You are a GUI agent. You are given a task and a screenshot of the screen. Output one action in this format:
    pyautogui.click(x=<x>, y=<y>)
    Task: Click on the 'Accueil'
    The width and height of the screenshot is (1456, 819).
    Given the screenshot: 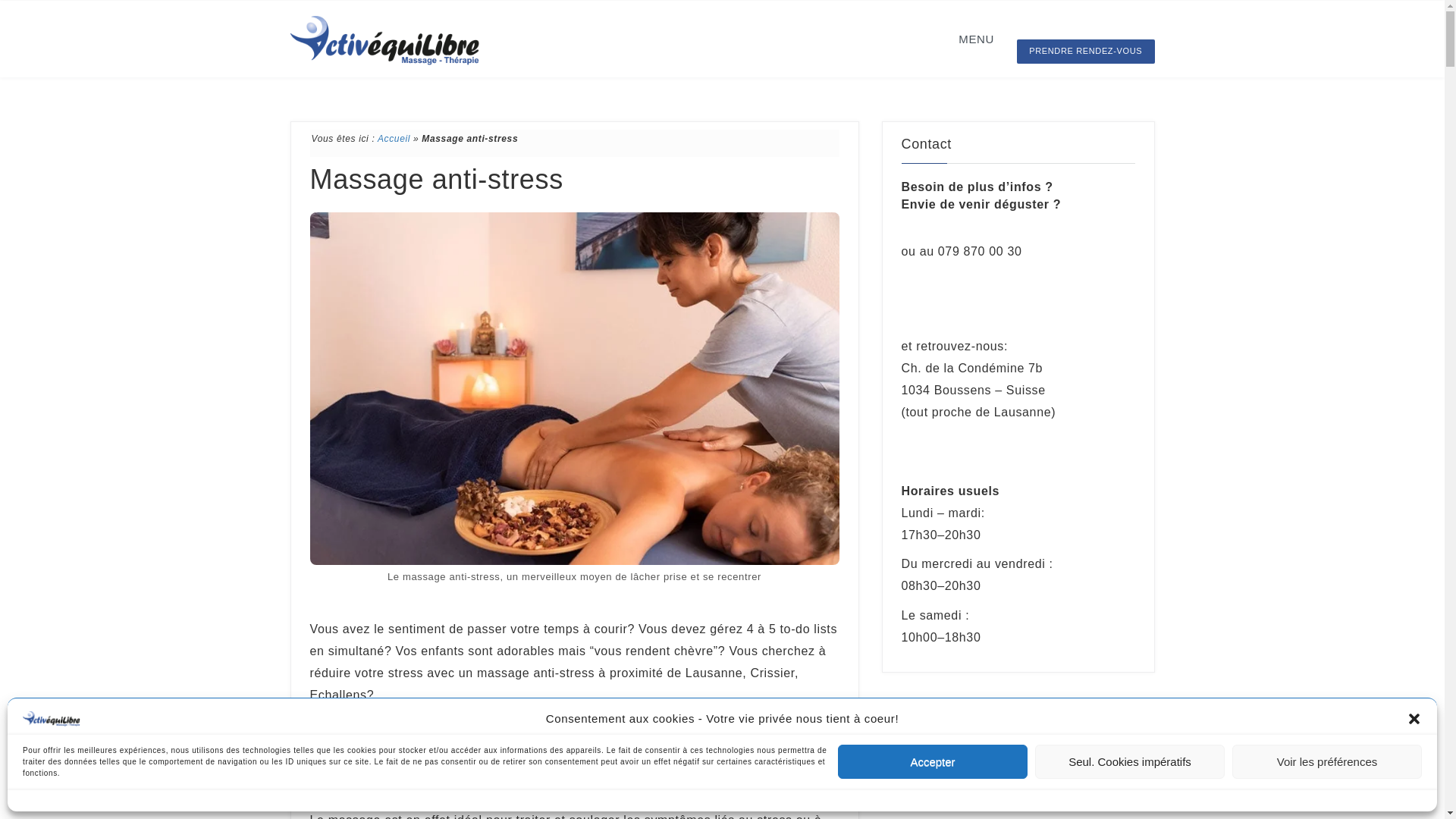 What is the action you would take?
    pyautogui.click(x=394, y=138)
    